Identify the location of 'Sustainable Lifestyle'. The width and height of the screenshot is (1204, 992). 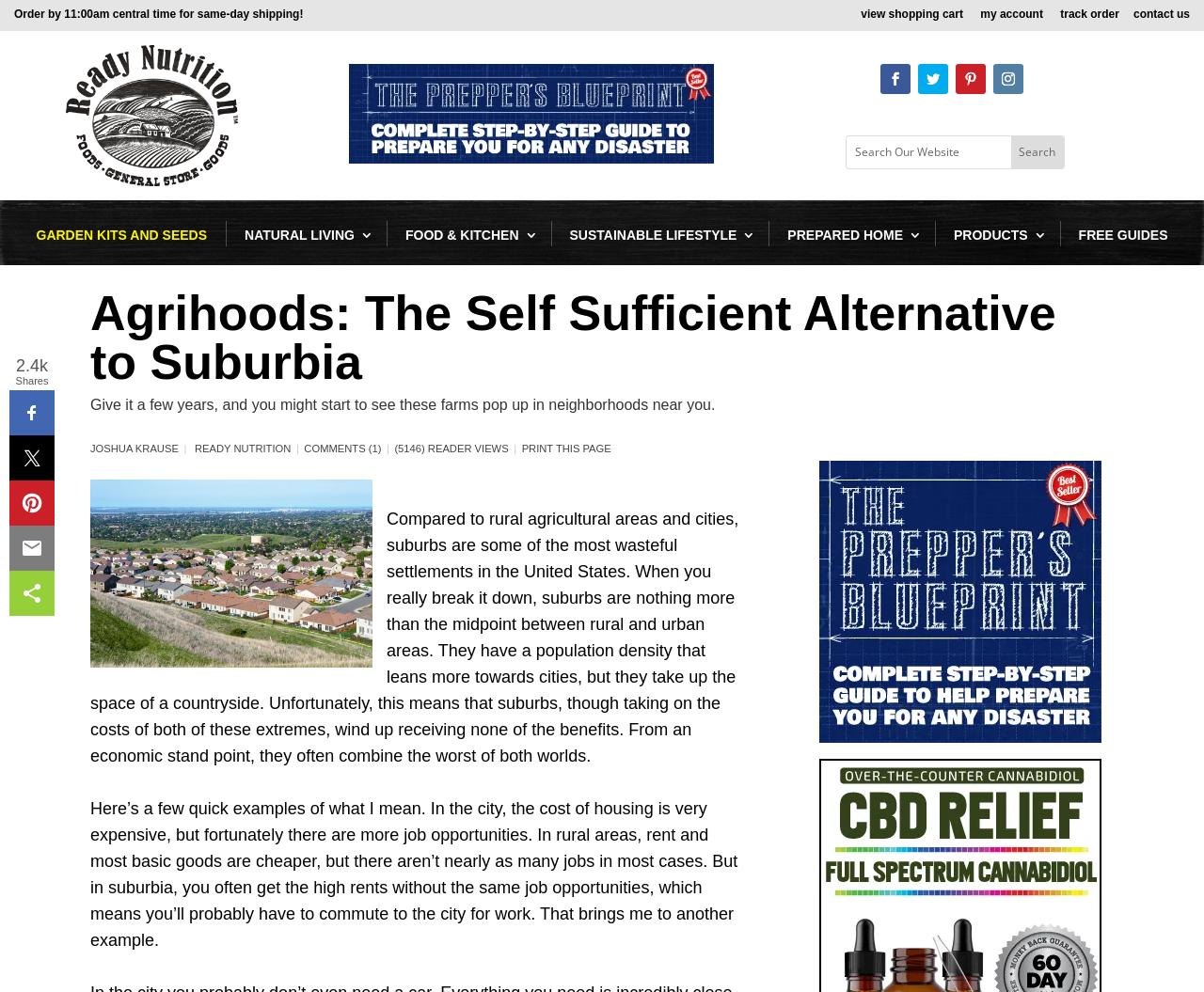
(653, 235).